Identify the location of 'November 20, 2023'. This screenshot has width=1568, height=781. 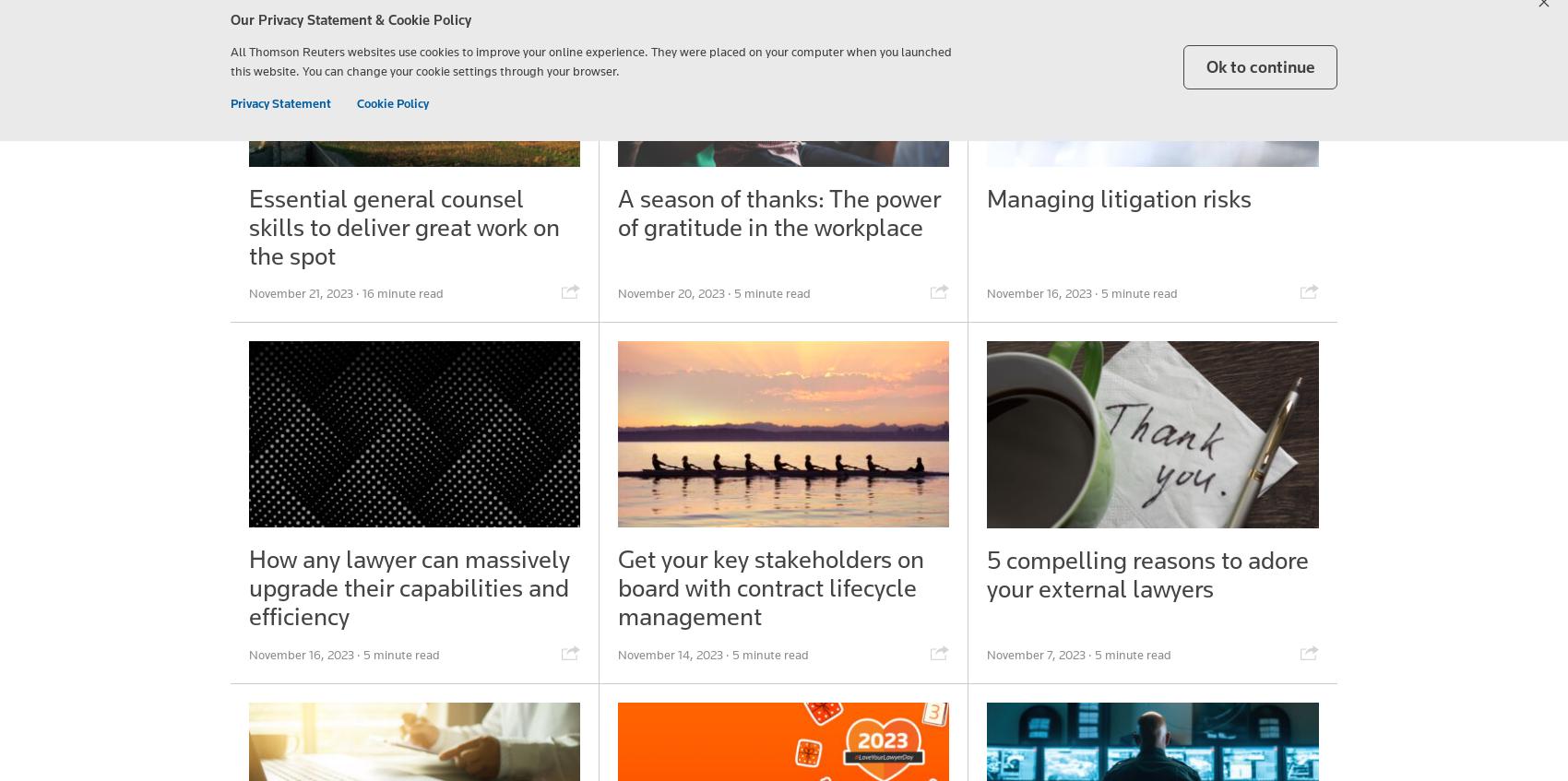
(670, 293).